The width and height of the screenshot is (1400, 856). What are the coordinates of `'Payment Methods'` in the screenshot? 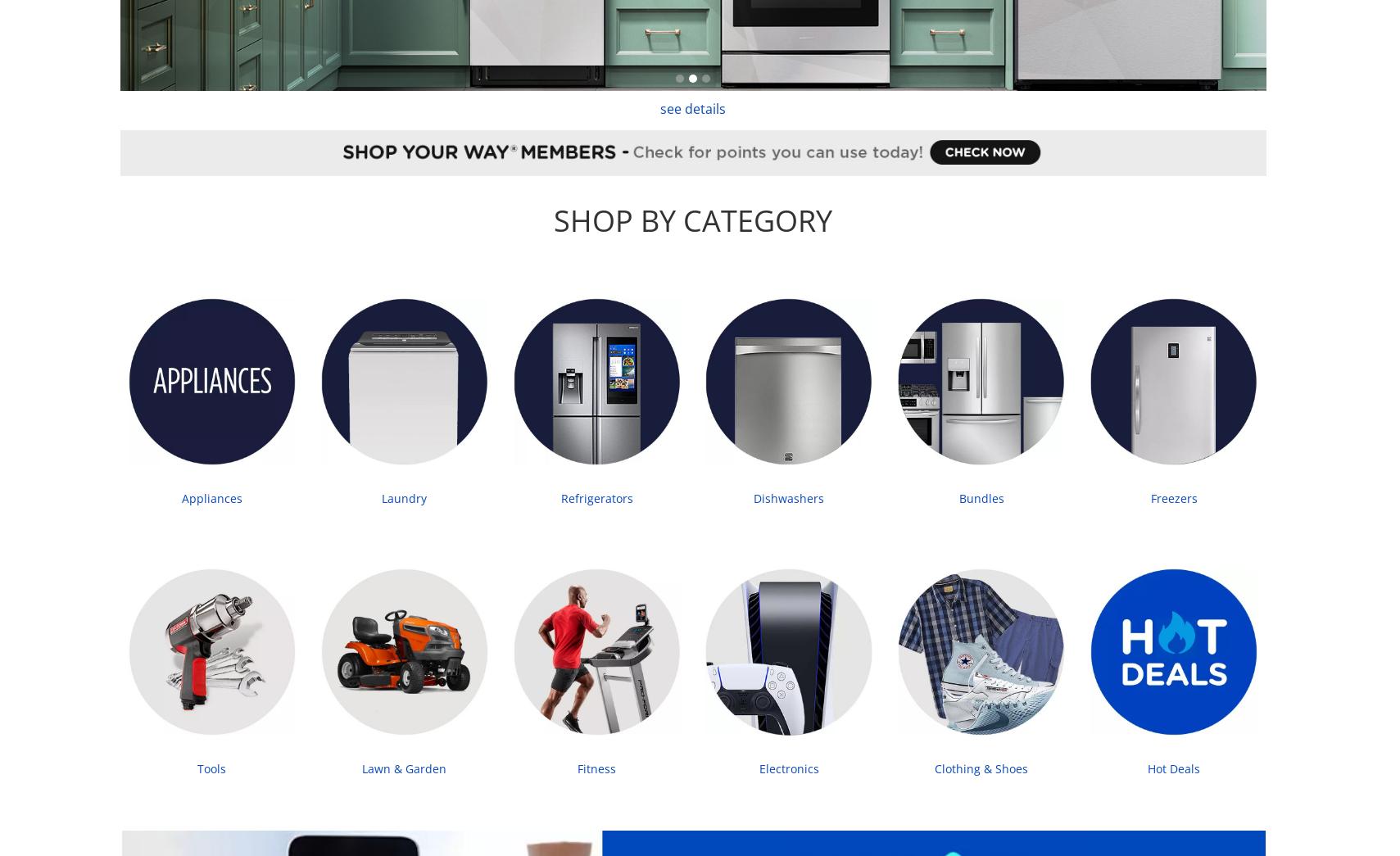 It's located at (1060, 571).